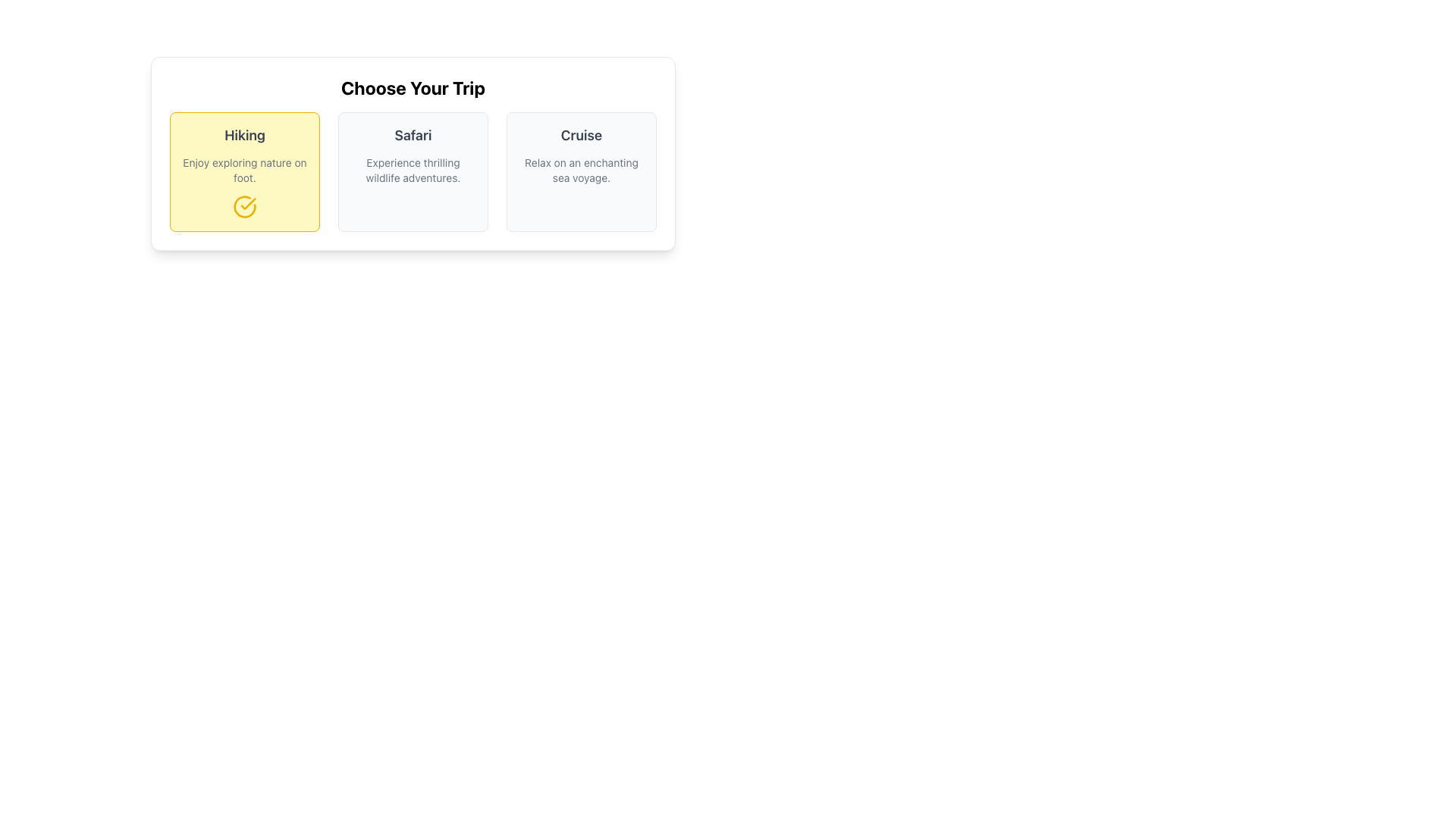  Describe the element at coordinates (413, 134) in the screenshot. I see `the 'Safari' text label, which is styled in bold gray font and located at the top of its respective card in a card-based layout` at that location.